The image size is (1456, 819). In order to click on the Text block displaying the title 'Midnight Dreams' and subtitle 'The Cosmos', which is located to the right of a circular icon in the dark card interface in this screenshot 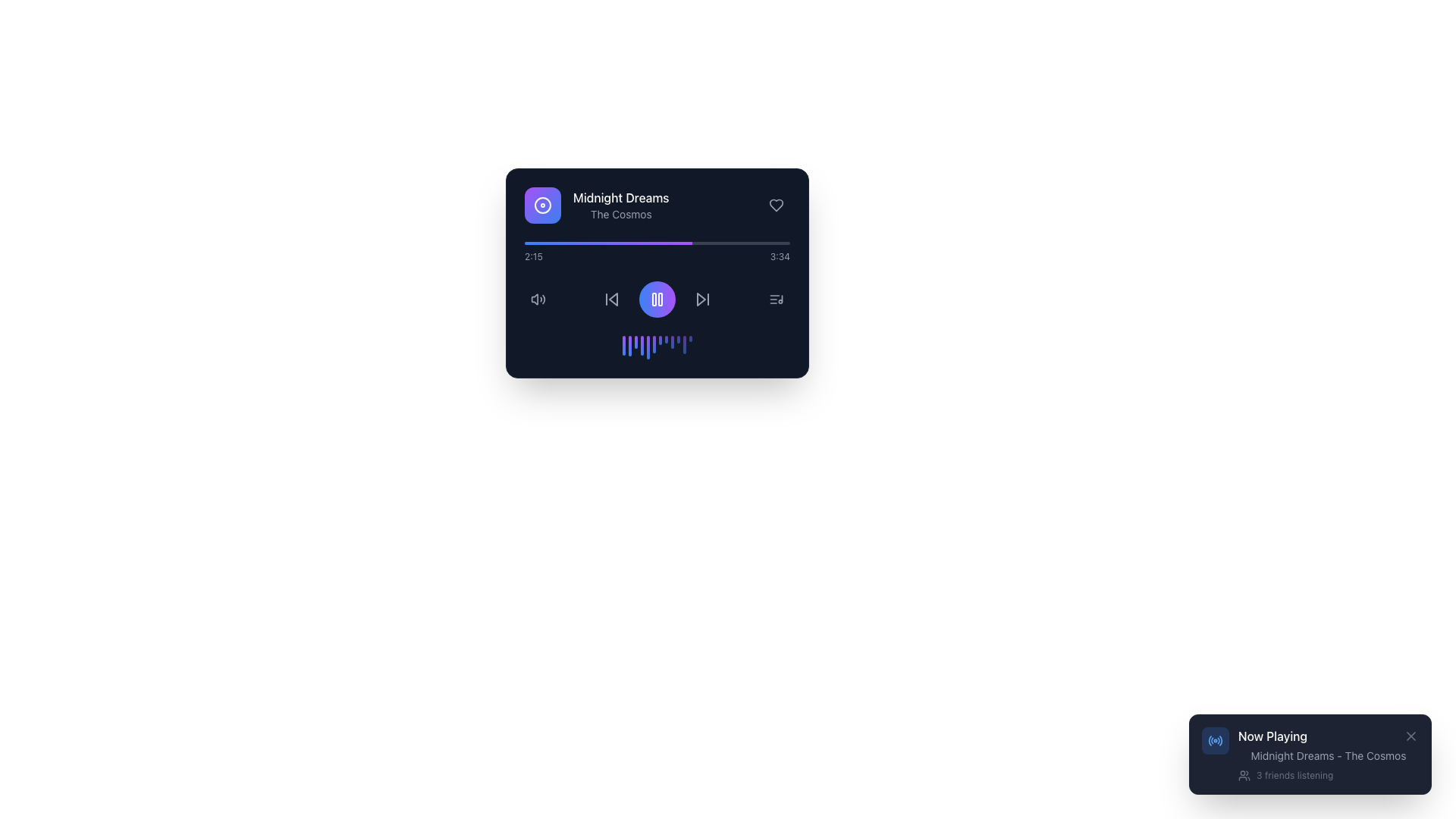, I will do `click(621, 205)`.